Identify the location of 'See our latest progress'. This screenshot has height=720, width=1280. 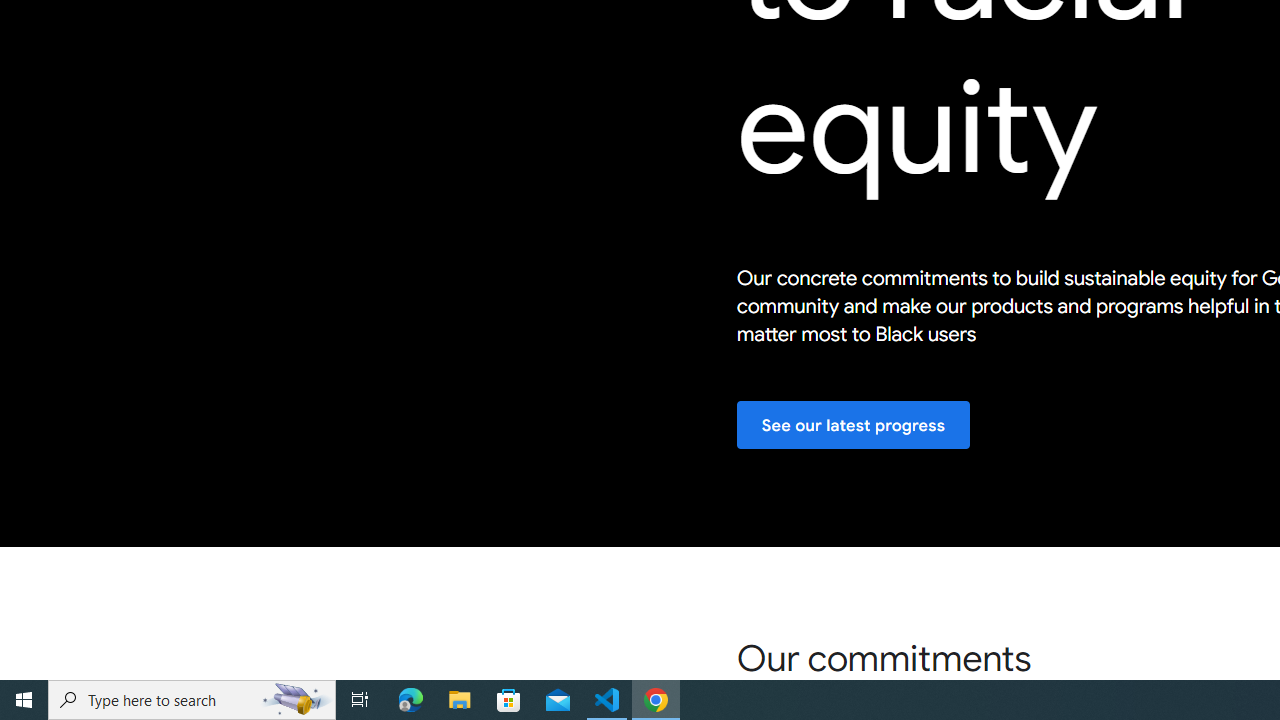
(853, 424).